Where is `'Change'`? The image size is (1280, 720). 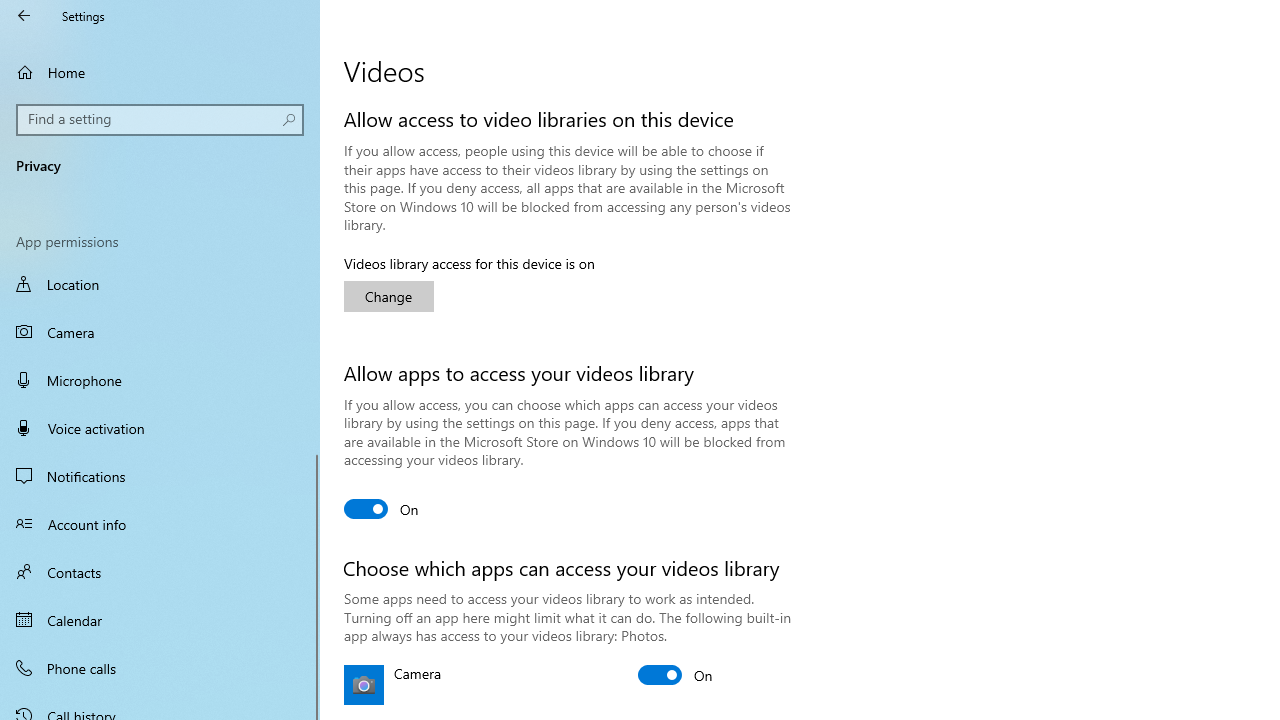
'Change' is located at coordinates (389, 296).